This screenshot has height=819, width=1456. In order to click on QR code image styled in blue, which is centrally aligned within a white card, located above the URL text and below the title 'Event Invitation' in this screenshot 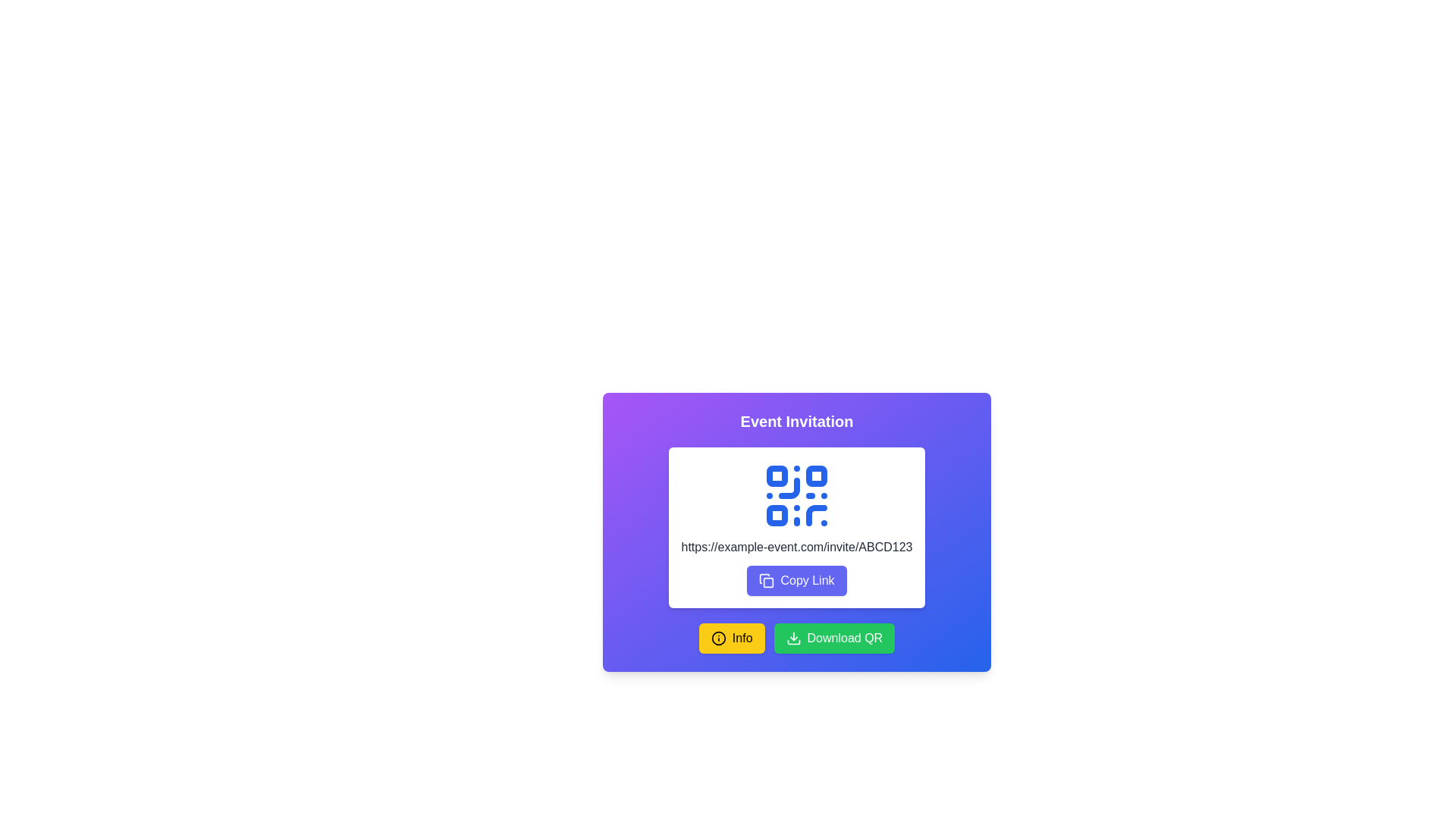, I will do `click(796, 532)`.